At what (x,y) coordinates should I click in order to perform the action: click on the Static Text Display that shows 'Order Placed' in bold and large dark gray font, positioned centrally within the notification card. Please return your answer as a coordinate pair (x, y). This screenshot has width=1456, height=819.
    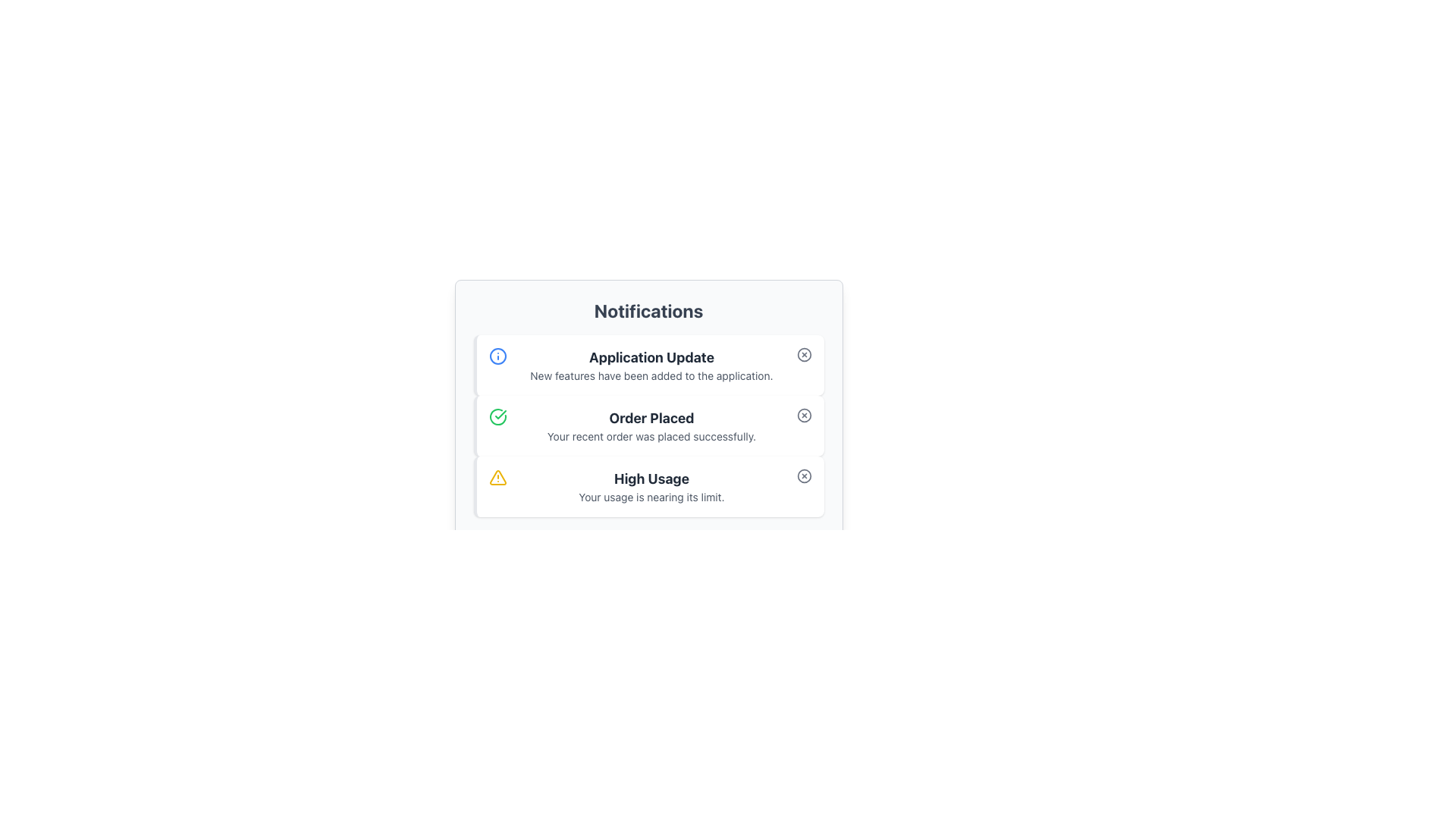
    Looking at the image, I should click on (651, 418).